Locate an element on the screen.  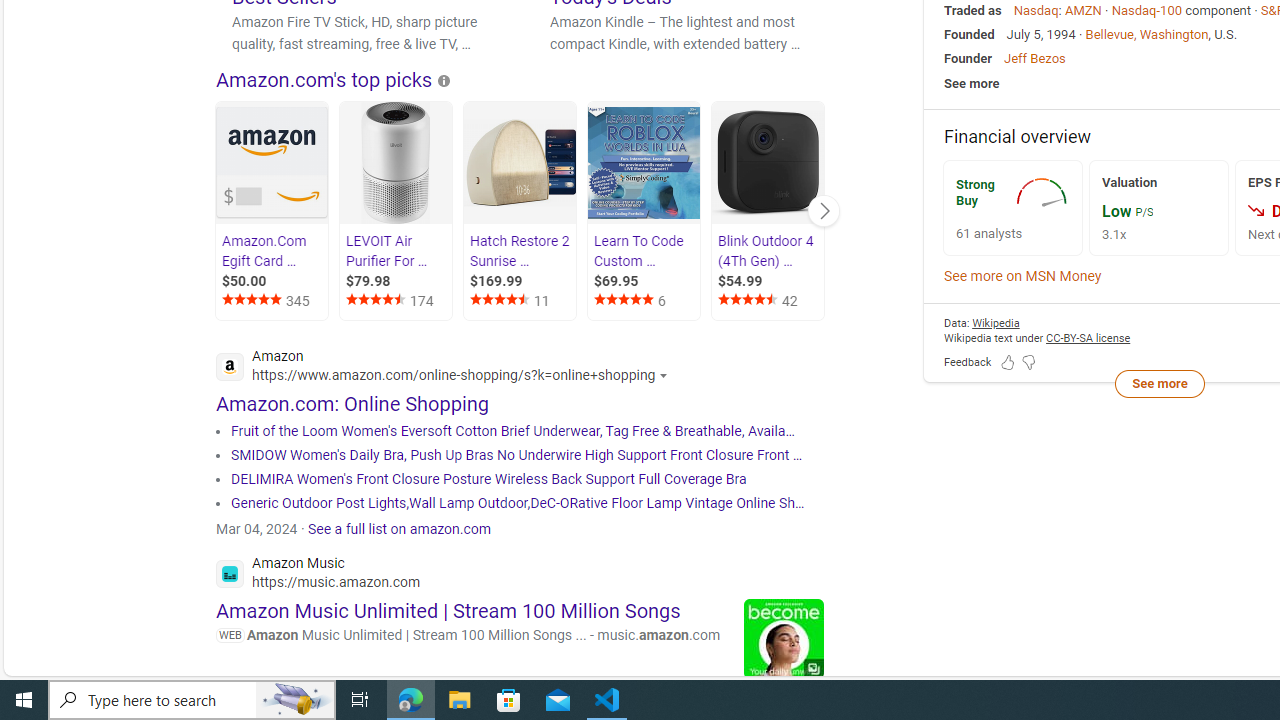
'Founder' is located at coordinates (968, 57).